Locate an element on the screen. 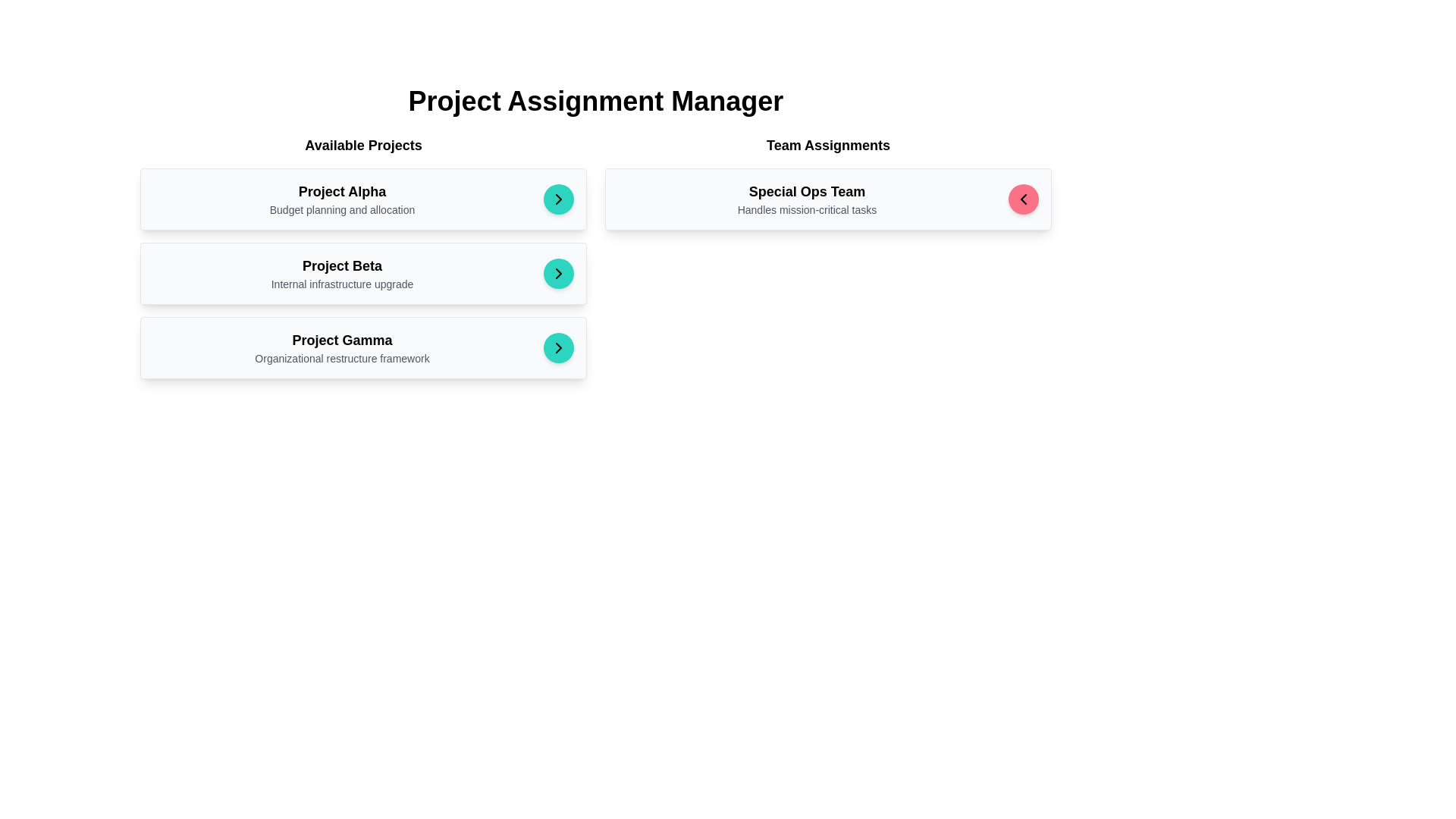  the circular red-pink button with a leftward-pointing chevron icon, located at the far right of the 'Special Ops Team' card is located at coordinates (1023, 198).